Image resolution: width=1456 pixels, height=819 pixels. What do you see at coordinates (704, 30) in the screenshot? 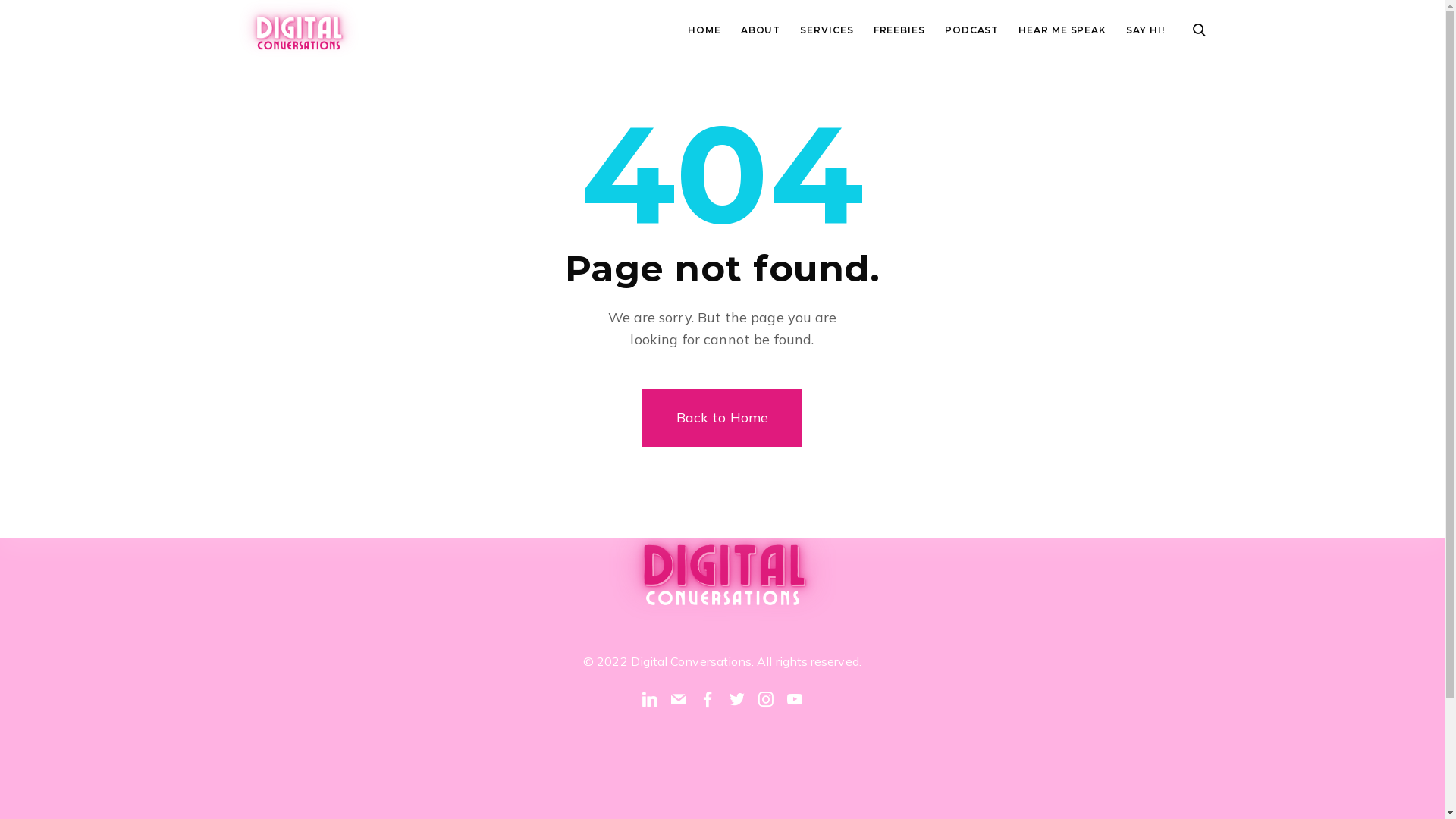
I see `'HOME'` at bounding box center [704, 30].